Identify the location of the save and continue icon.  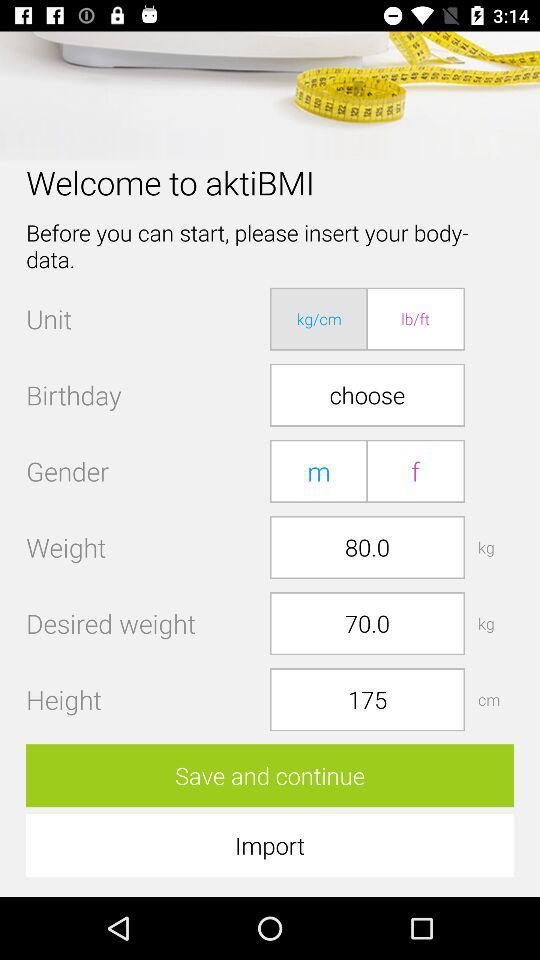
(270, 774).